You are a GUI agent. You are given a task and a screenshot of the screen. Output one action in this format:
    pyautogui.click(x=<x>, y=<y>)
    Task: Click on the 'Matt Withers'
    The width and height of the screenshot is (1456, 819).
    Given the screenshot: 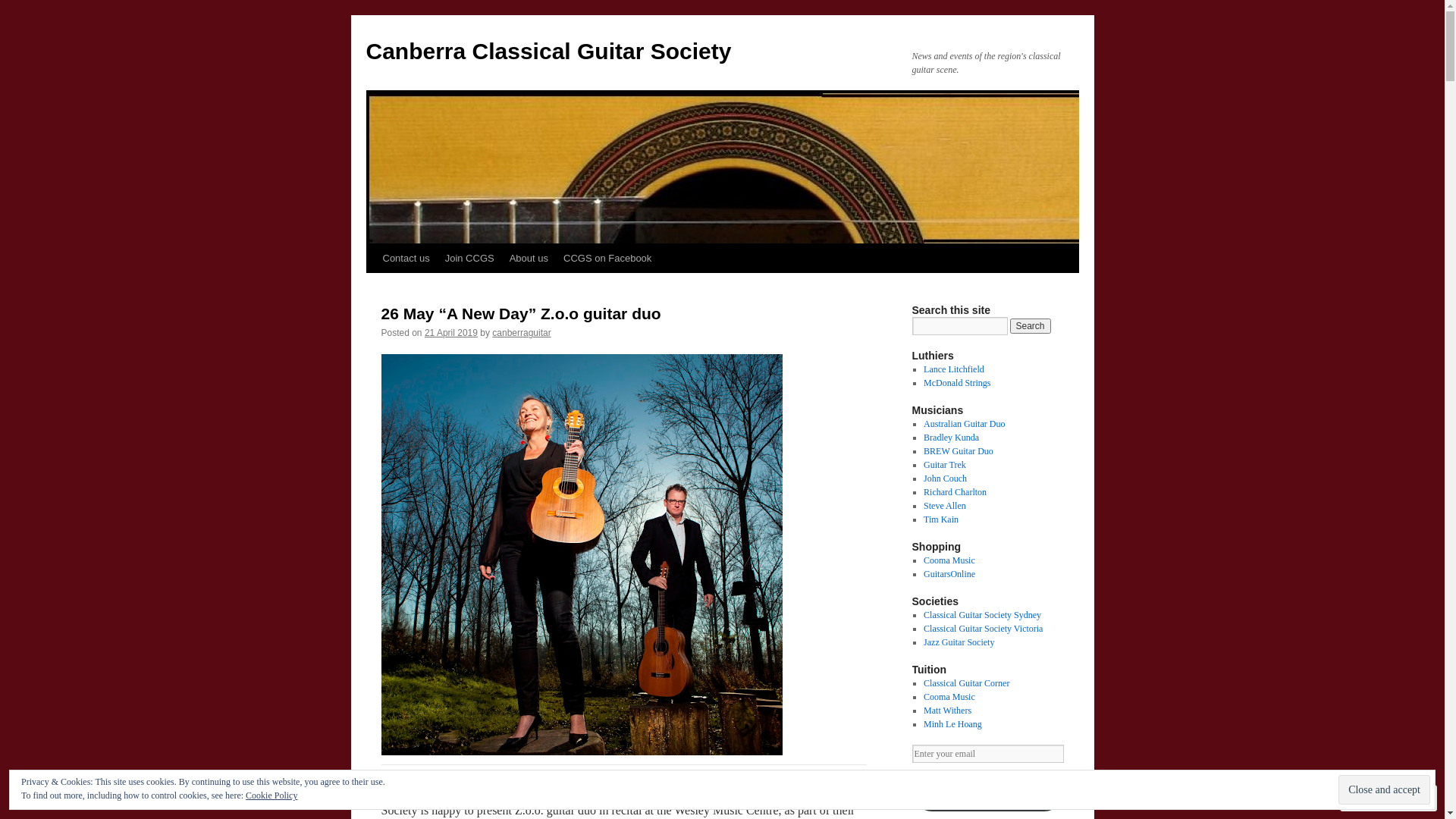 What is the action you would take?
    pyautogui.click(x=946, y=711)
    